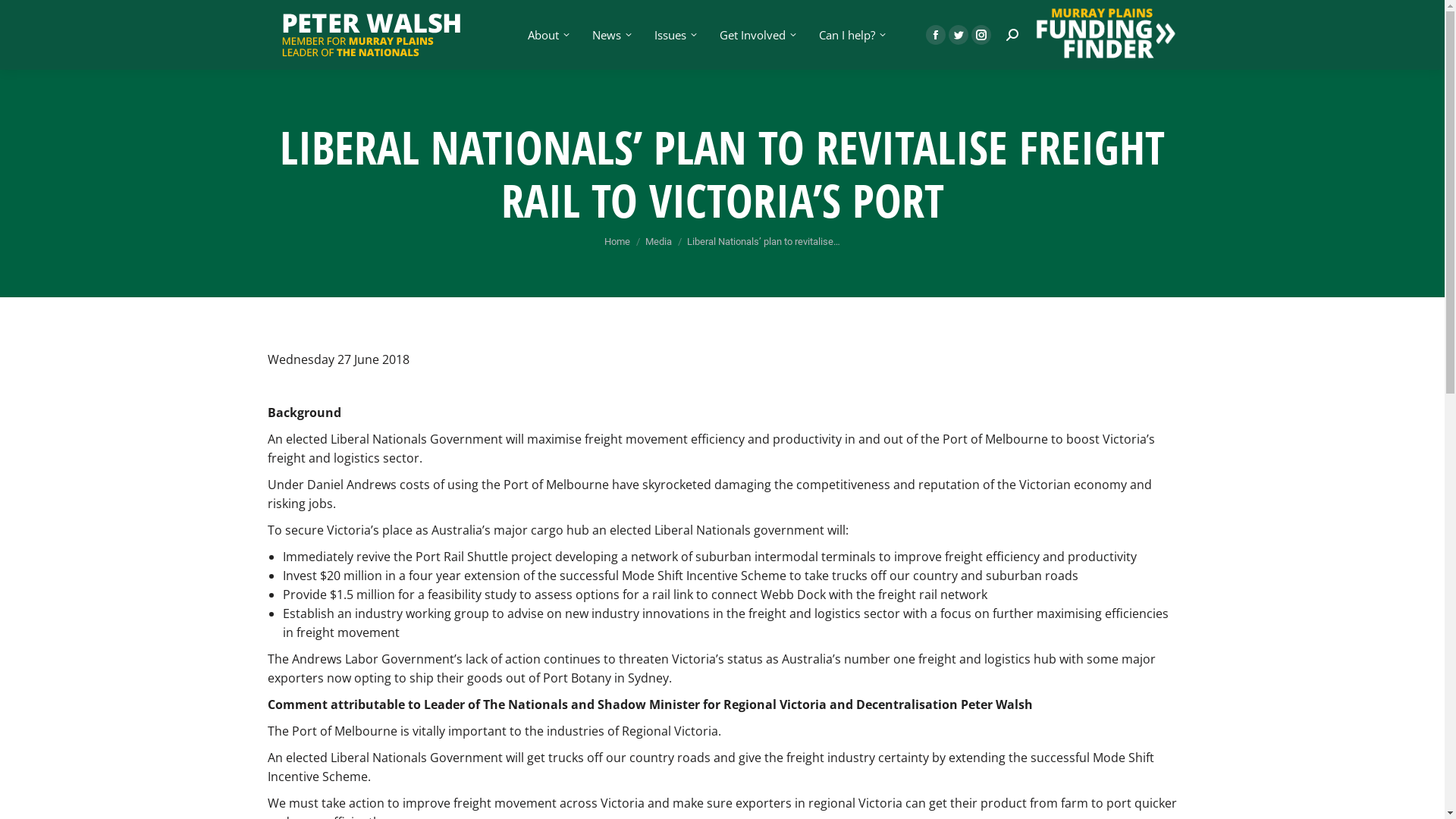 This screenshot has height=819, width=1456. Describe the element at coordinates (673, 34) in the screenshot. I see `'Issues'` at that location.